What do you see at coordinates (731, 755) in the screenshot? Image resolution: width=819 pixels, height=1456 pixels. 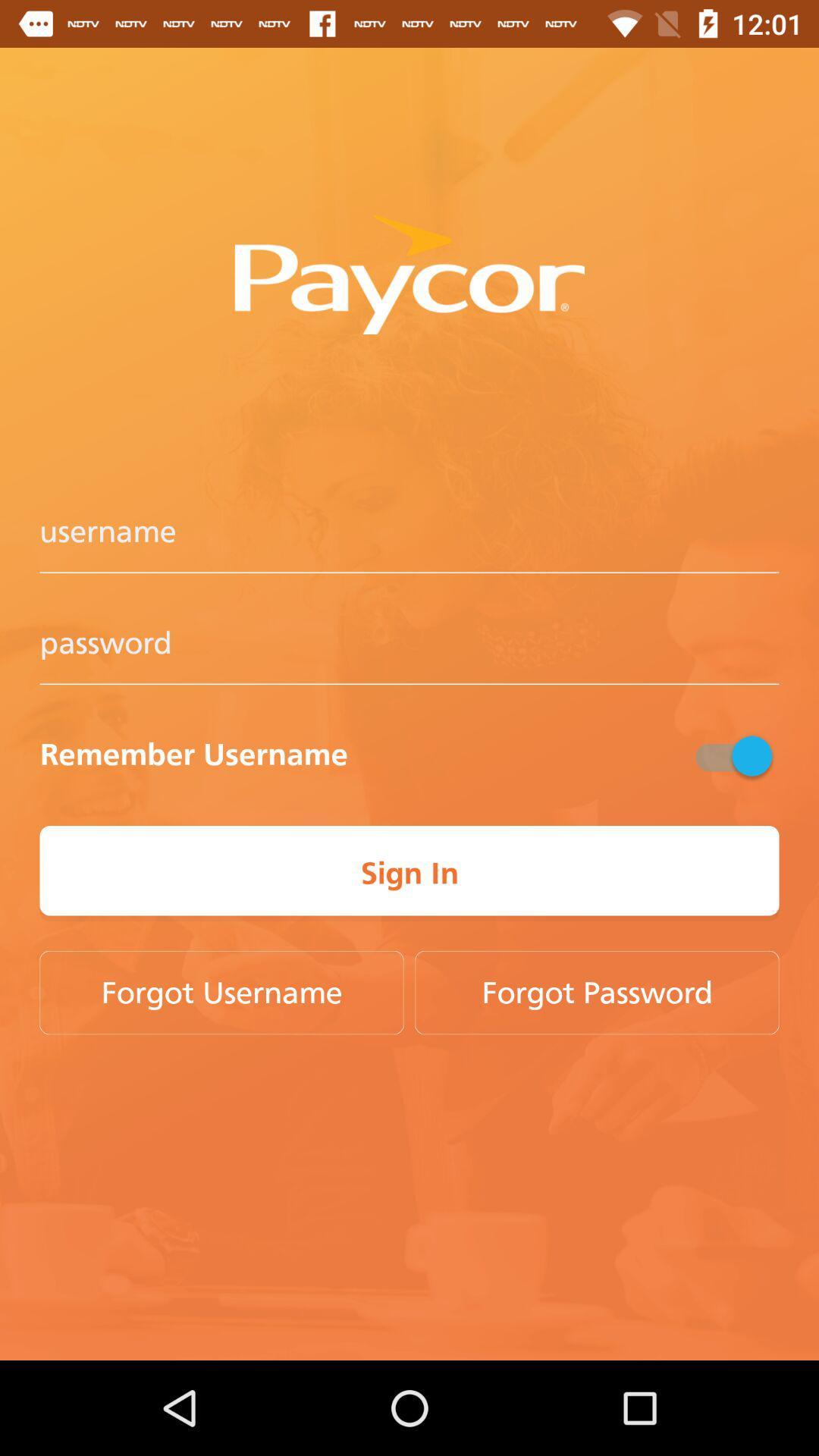 I see `the icon to the right of remember username icon` at bounding box center [731, 755].